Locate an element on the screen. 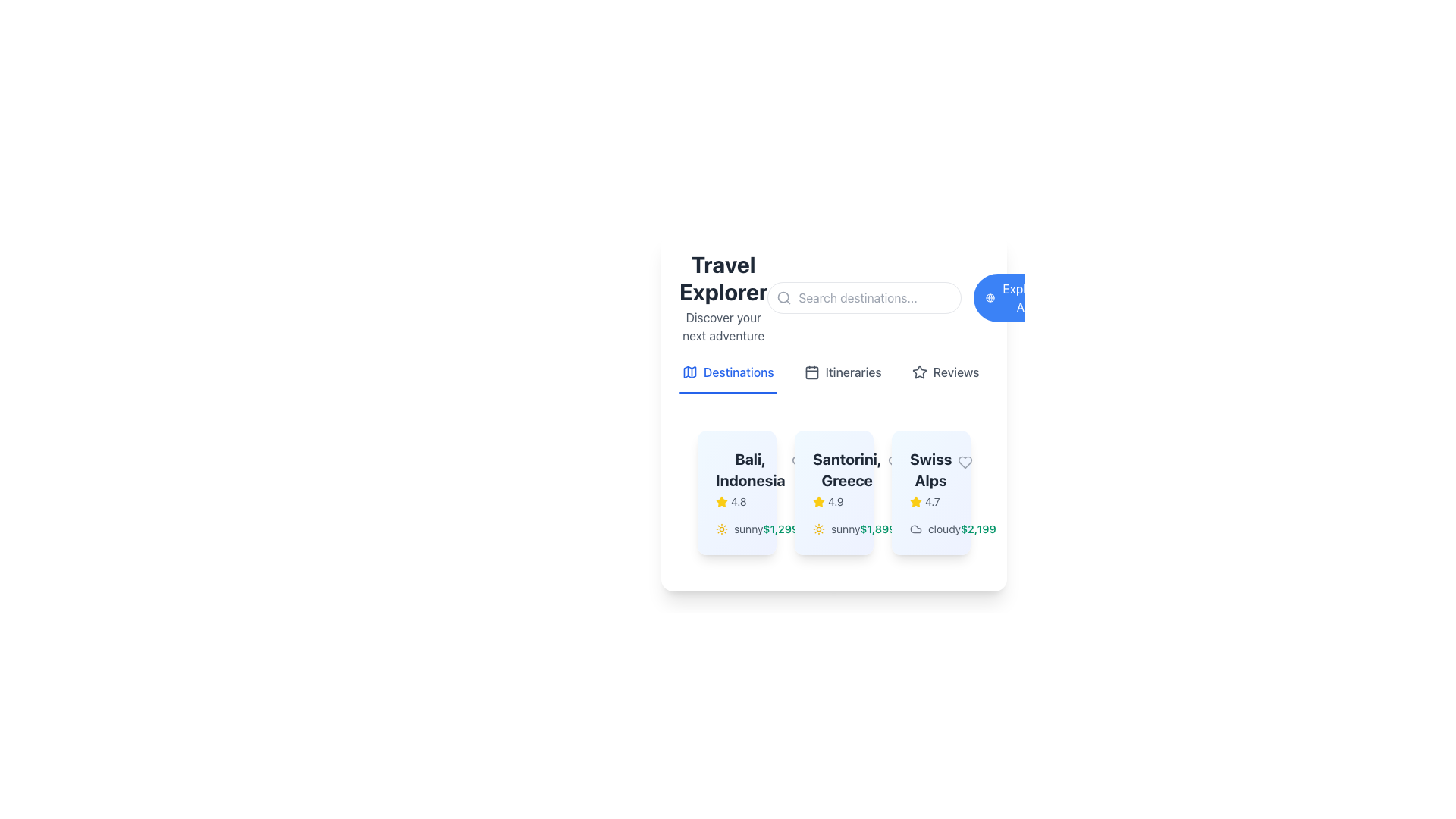 This screenshot has width=1456, height=819. the filled yellow star icon representing a rating in the review system for 'Bali, Indonesia' is located at coordinates (720, 502).